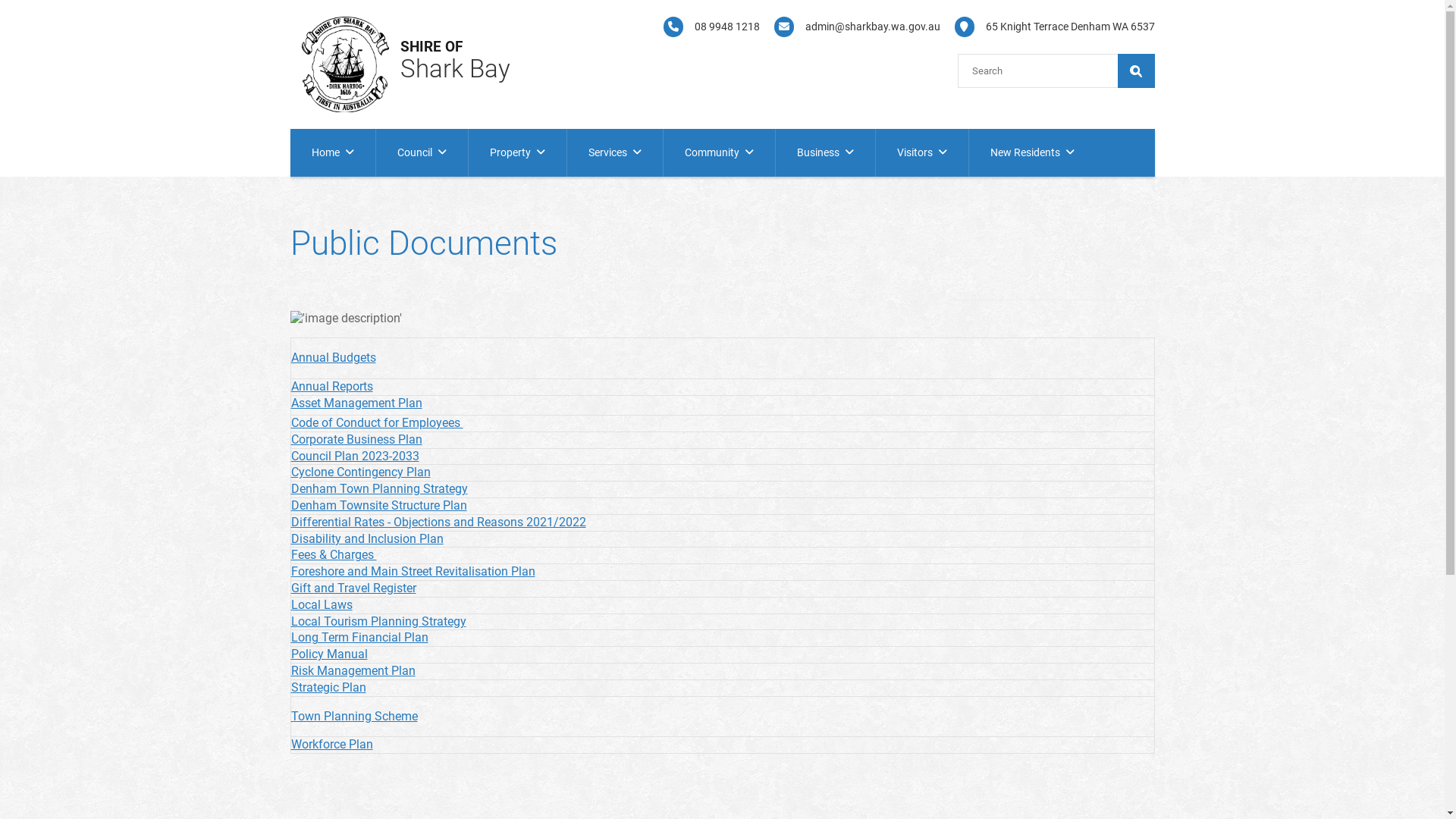 The height and width of the screenshot is (819, 1456). What do you see at coordinates (291, 687) in the screenshot?
I see `'Strategic Plan'` at bounding box center [291, 687].